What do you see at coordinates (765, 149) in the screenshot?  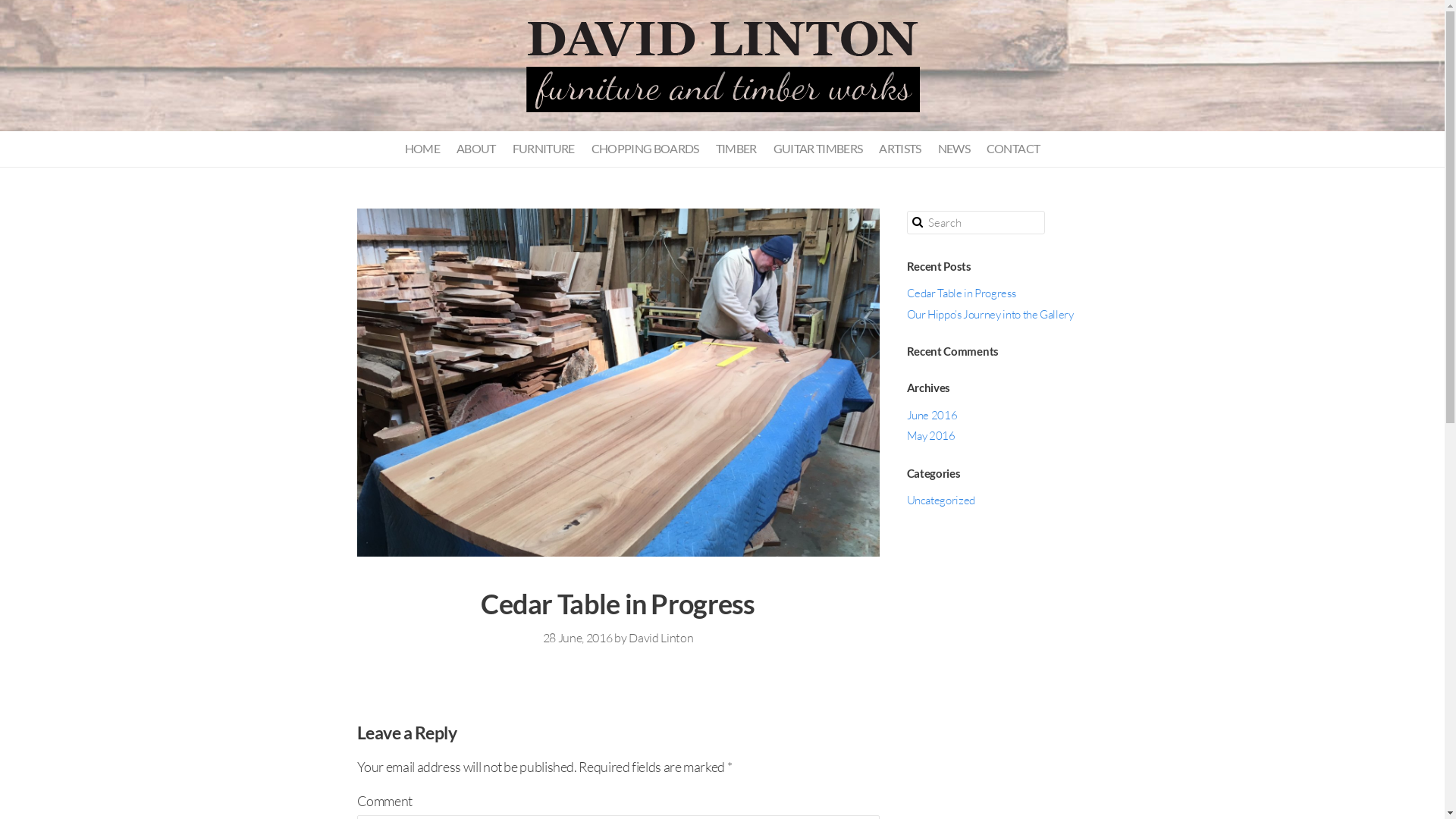 I see `'GUITAR TIMBERS'` at bounding box center [765, 149].